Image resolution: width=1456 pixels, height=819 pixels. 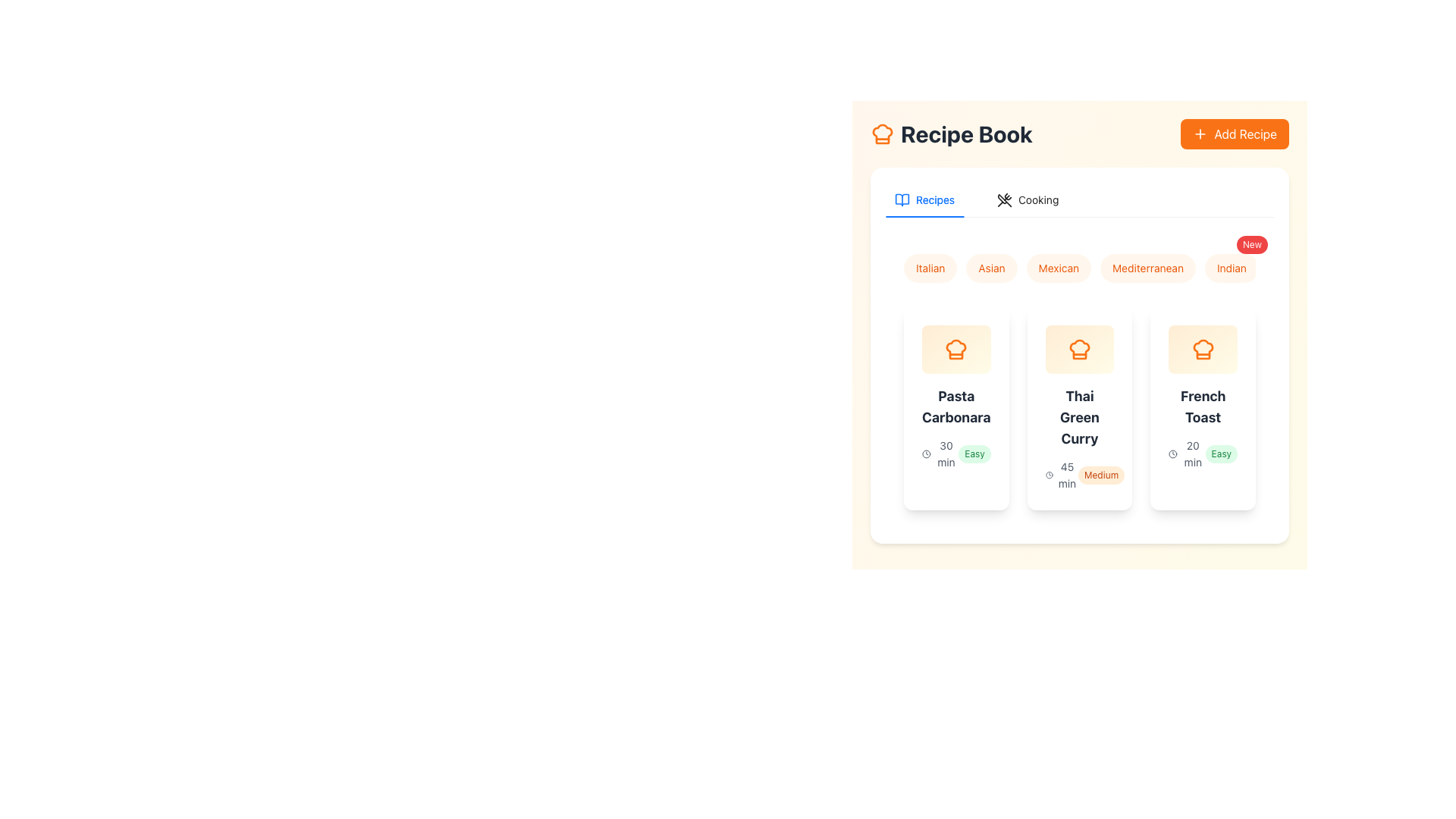 What do you see at coordinates (882, 133) in the screenshot?
I see `the Recipe Book icon, which serves as a visual identifier for the section and is located to the left of the text 'Recipe Book'` at bounding box center [882, 133].